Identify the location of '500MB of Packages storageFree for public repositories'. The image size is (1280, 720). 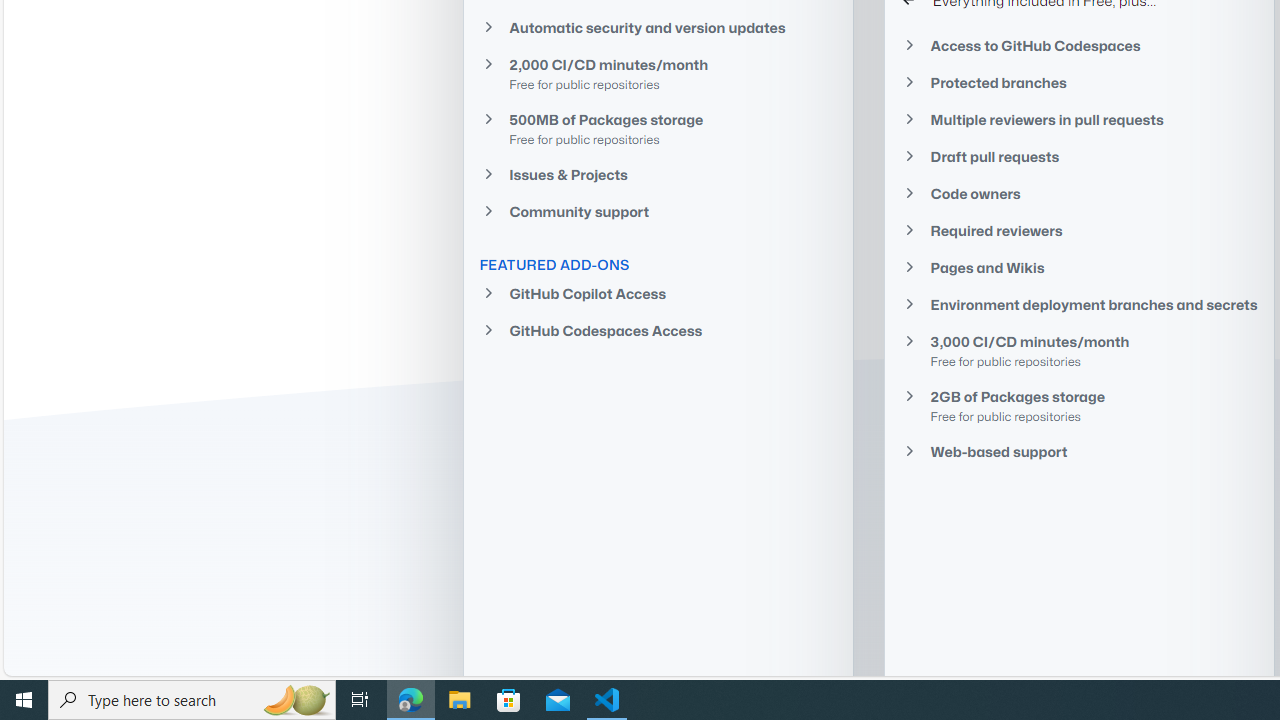
(657, 128).